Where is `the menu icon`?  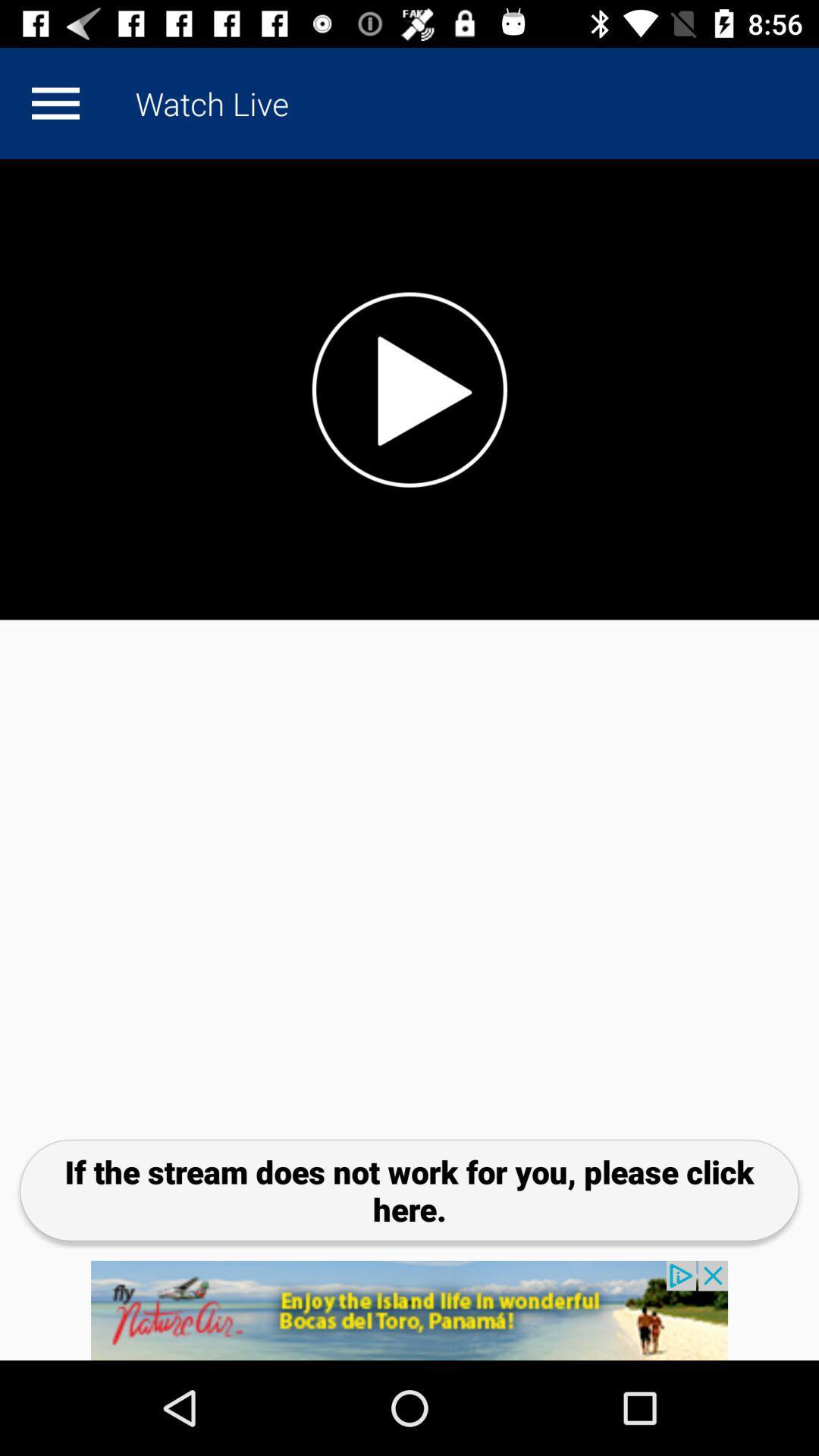
the menu icon is located at coordinates (55, 102).